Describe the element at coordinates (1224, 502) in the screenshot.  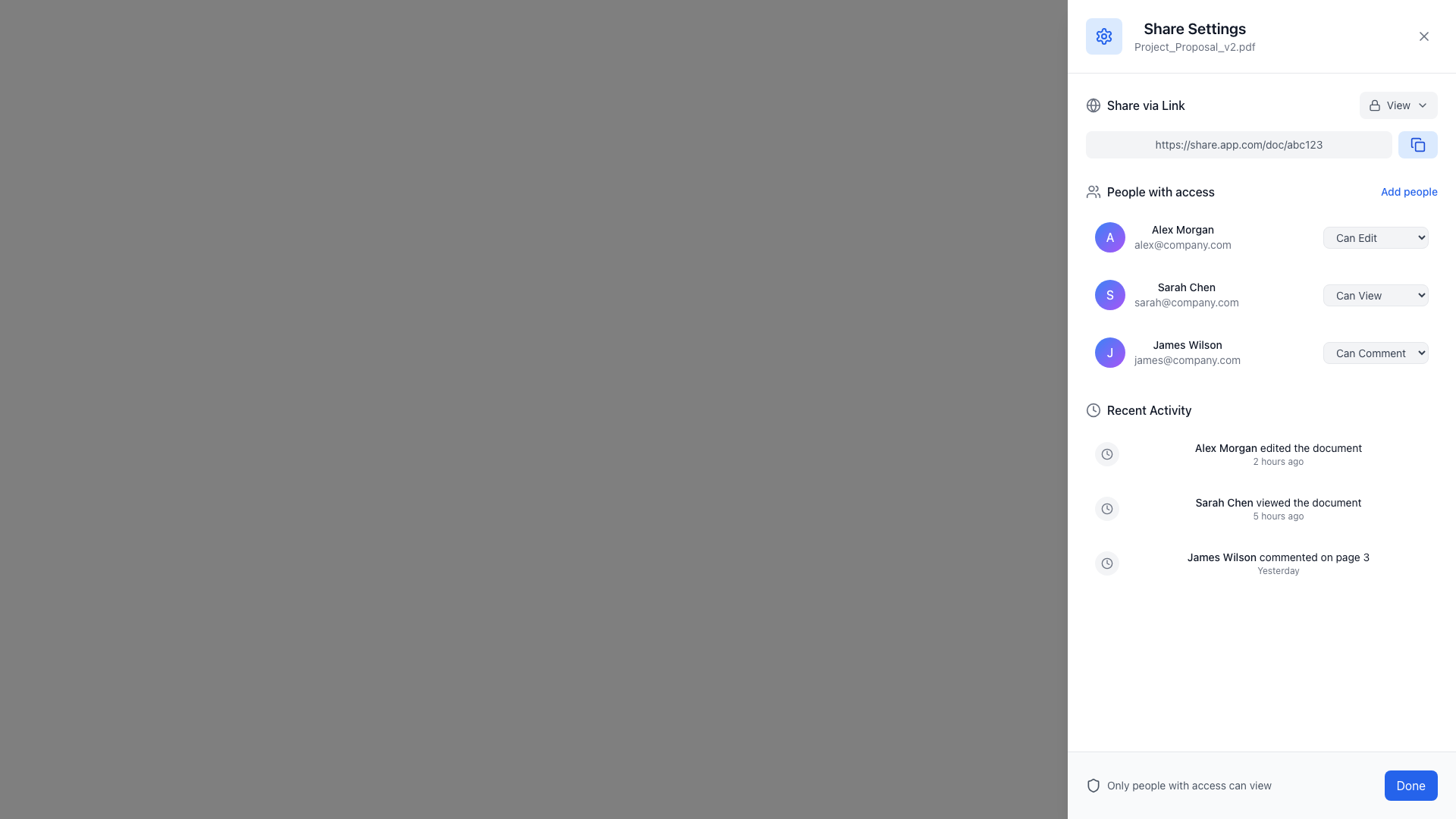
I see `the first text fragment in the second activity log entry within the 'Recent Activity' section on the right side of the interface` at that location.